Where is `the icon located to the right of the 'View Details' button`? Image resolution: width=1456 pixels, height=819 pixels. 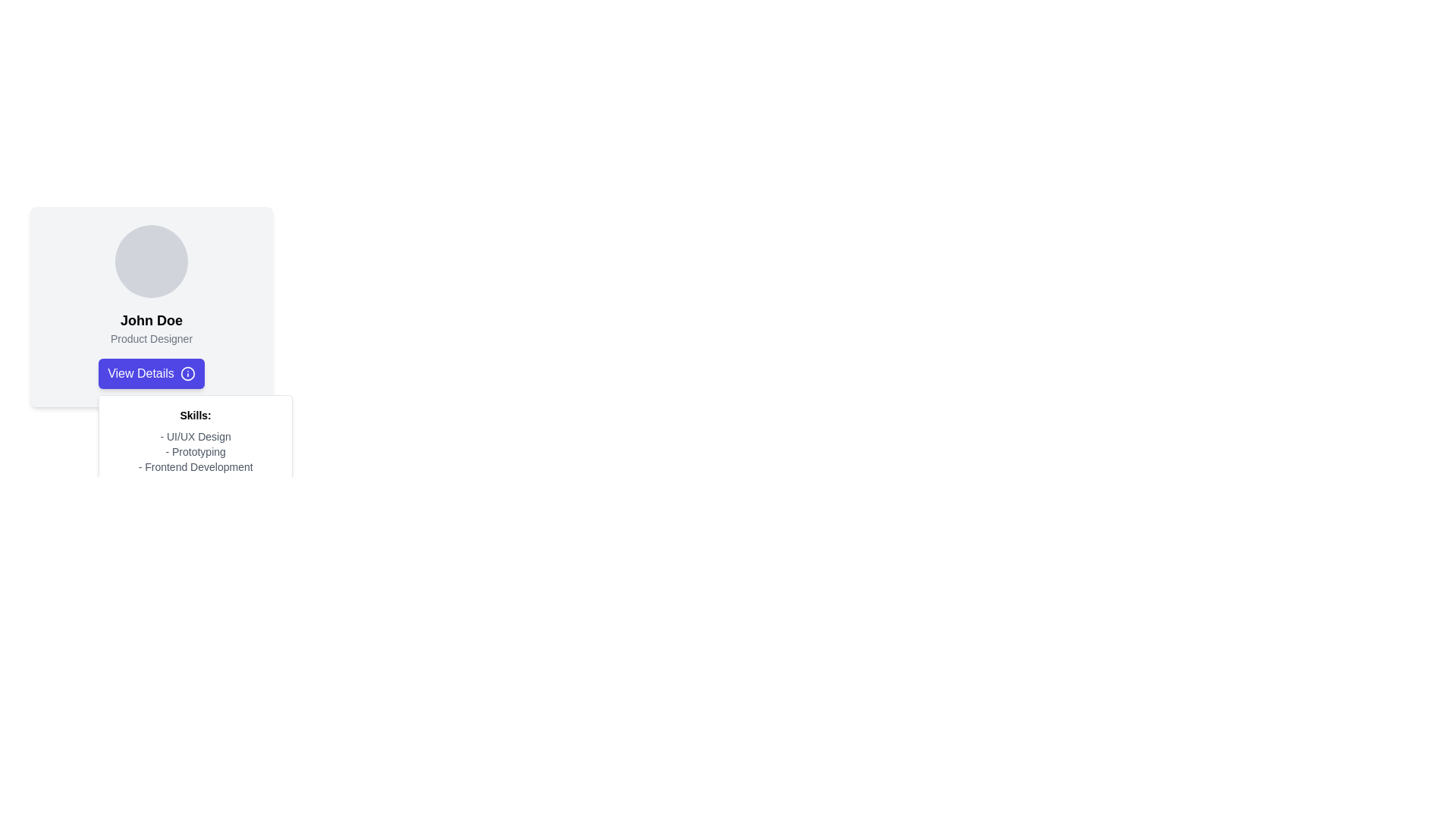 the icon located to the right of the 'View Details' button is located at coordinates (187, 374).